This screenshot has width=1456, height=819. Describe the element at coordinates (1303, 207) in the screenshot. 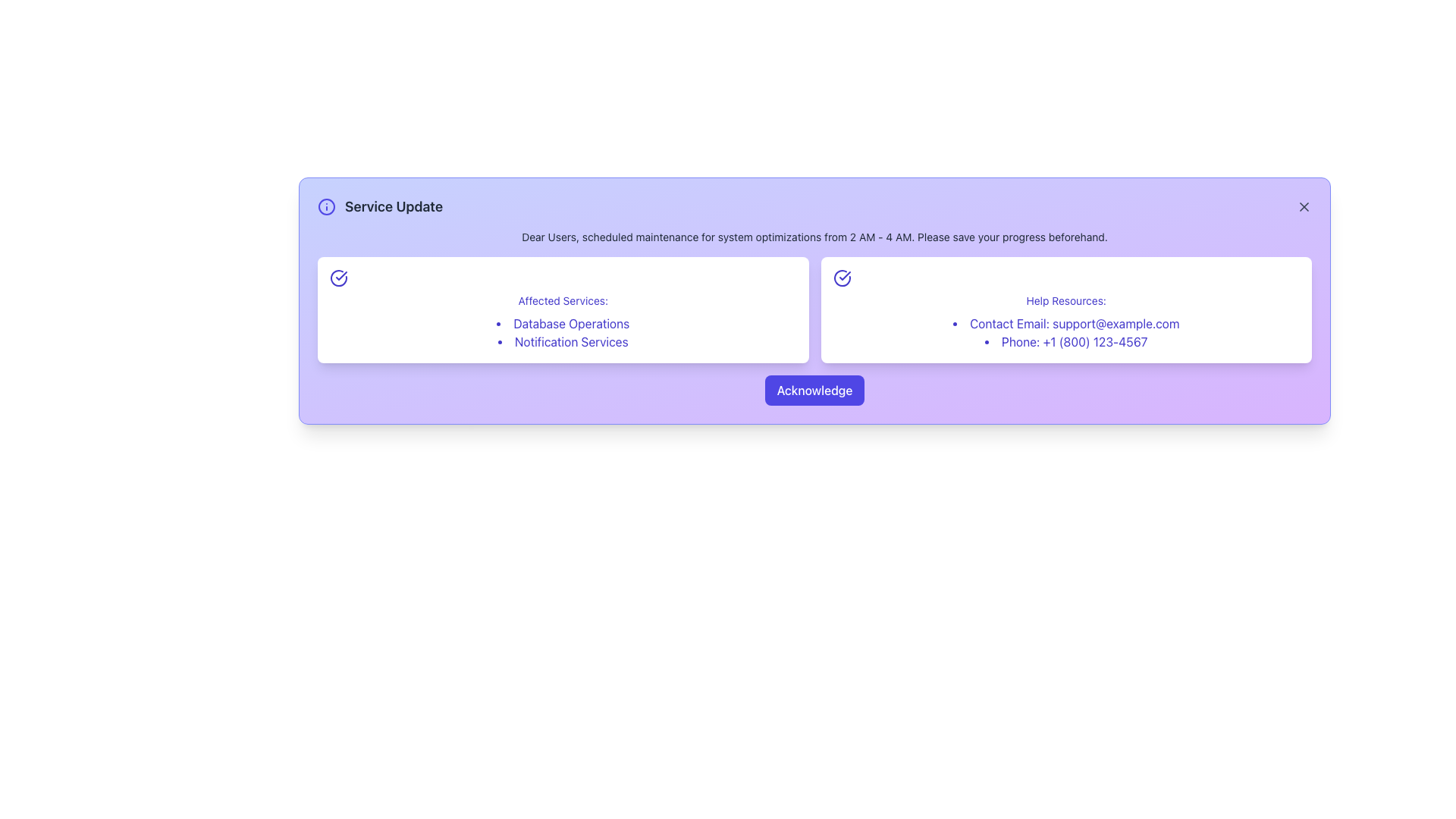

I see `the 'X' icon button in the top-right corner of the 'Service Update' alert box` at that location.